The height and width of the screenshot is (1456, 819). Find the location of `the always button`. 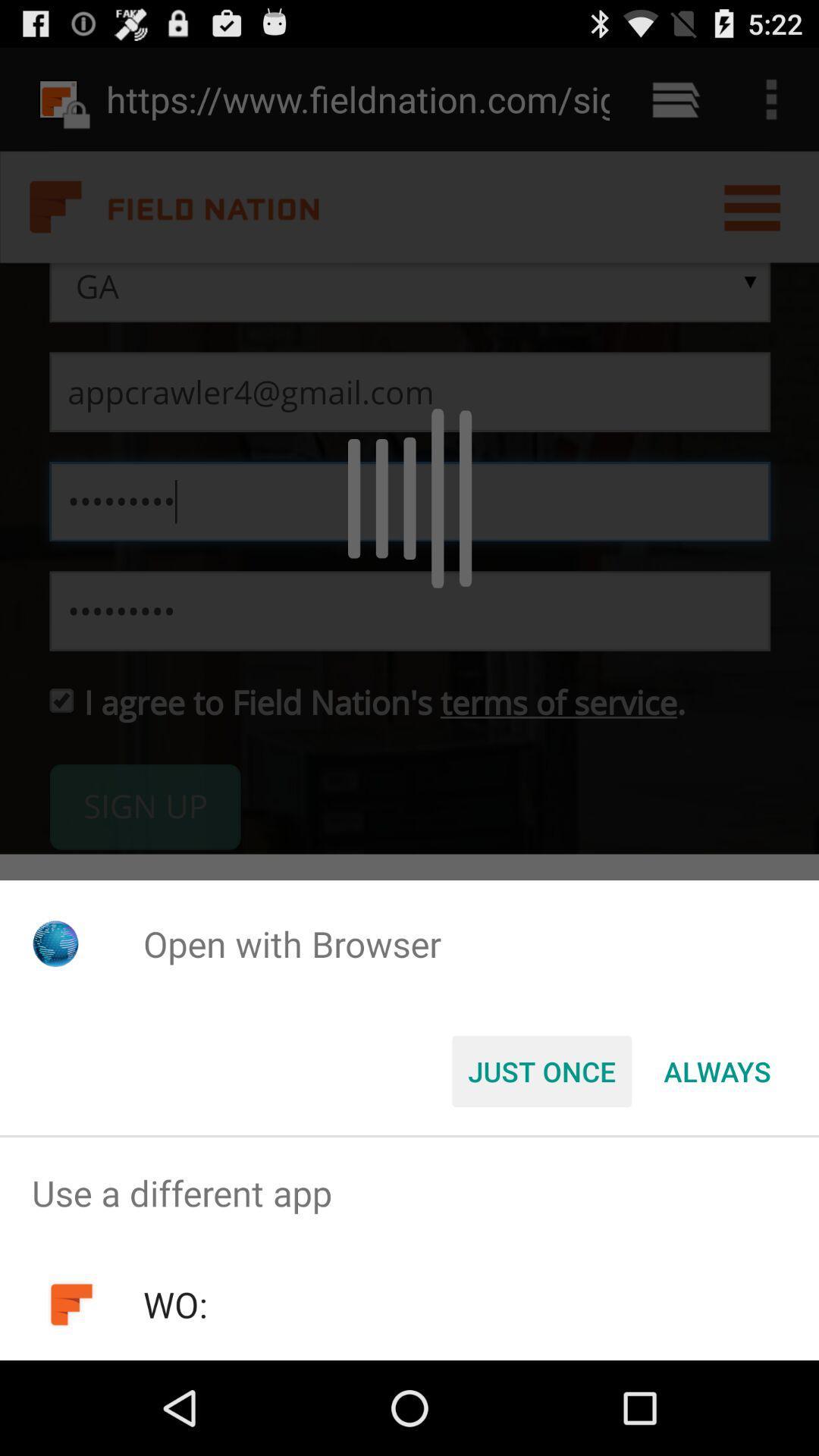

the always button is located at coordinates (717, 1070).